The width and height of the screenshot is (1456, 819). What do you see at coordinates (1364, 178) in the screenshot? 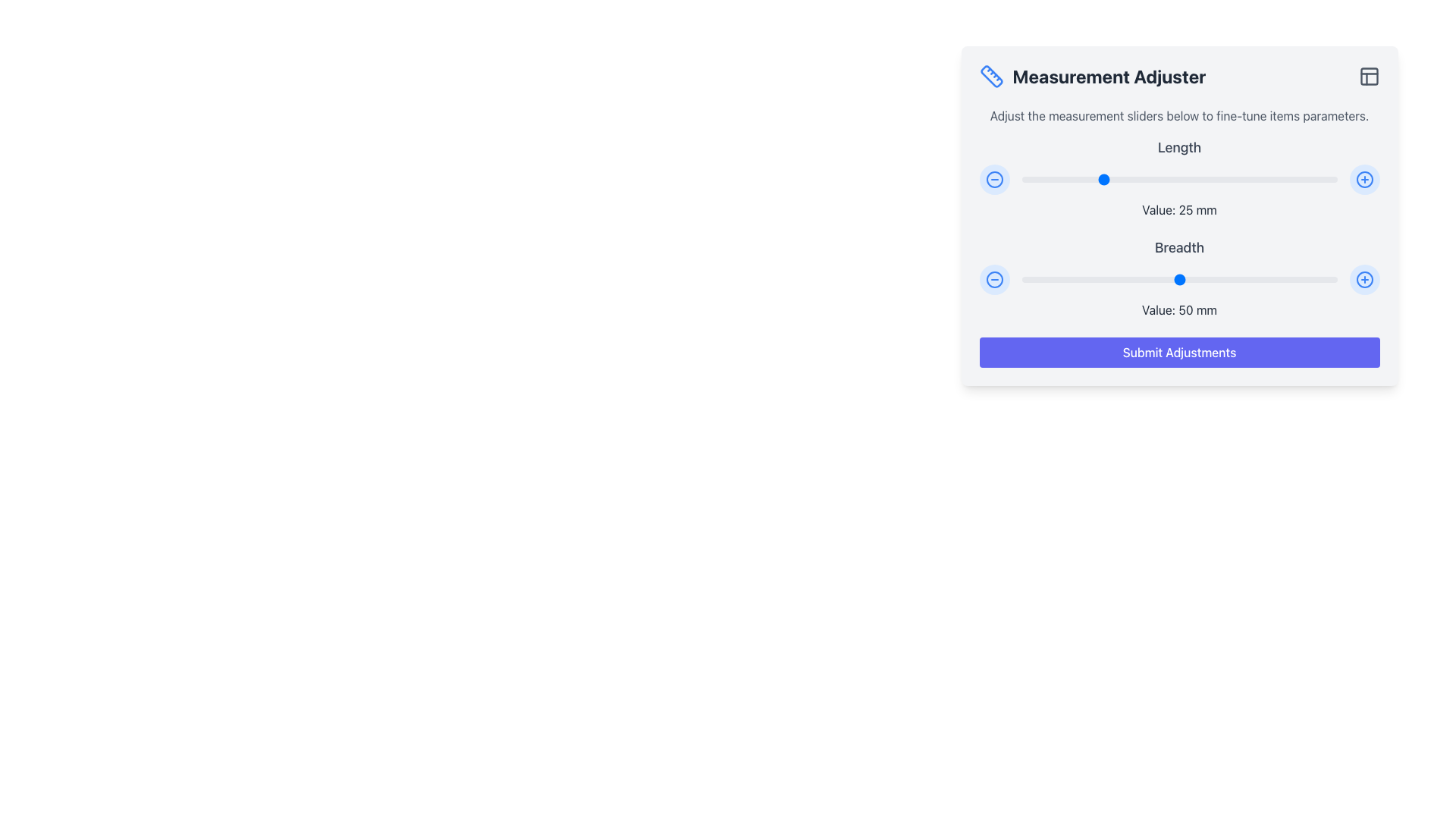
I see `the third button in the horizontal arrangement of controls to increase the value of the 'Length' parameter` at bounding box center [1364, 178].